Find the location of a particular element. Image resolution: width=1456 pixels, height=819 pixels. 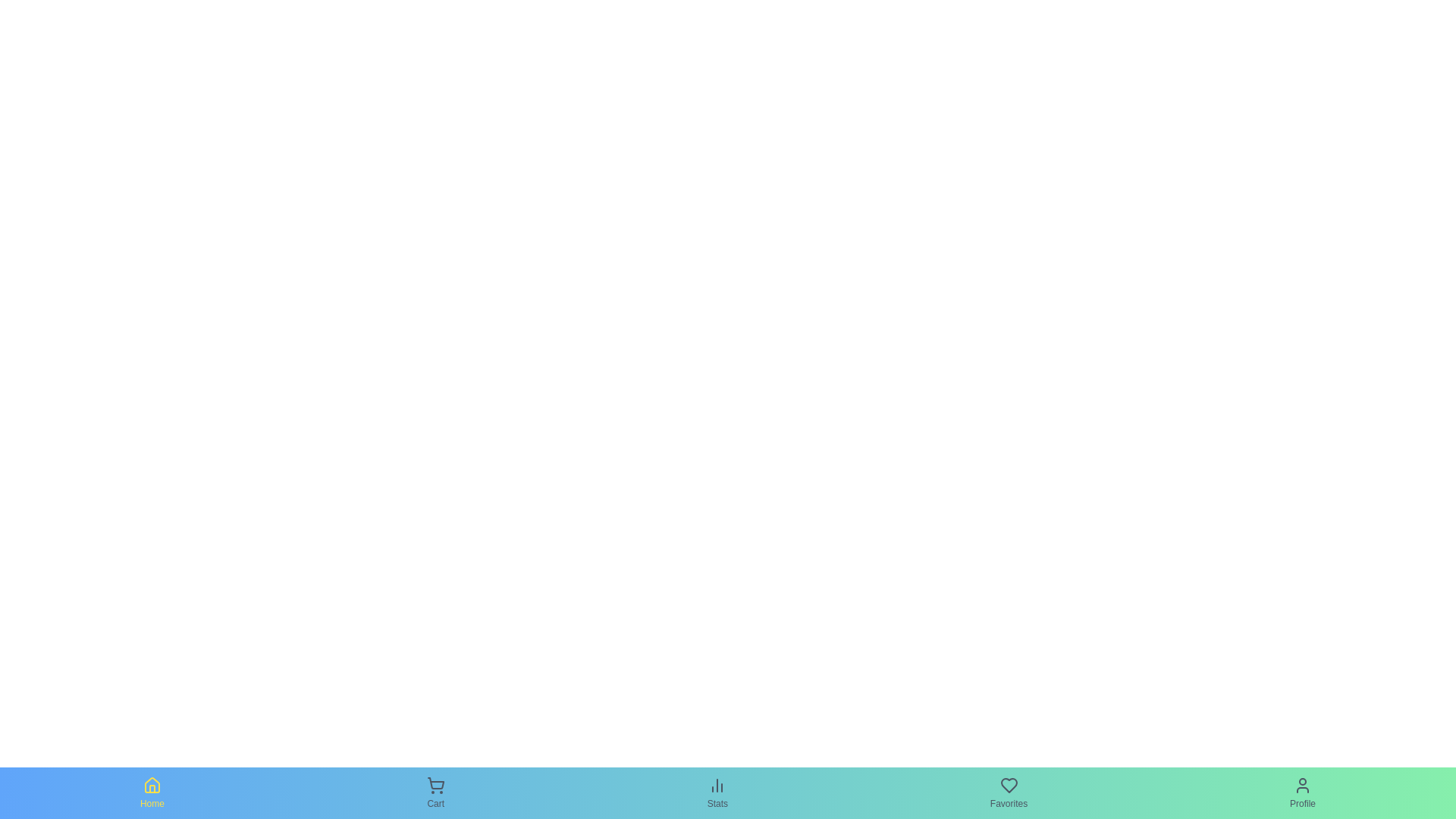

the Profile tab in the bottom navigation bar is located at coordinates (1302, 792).